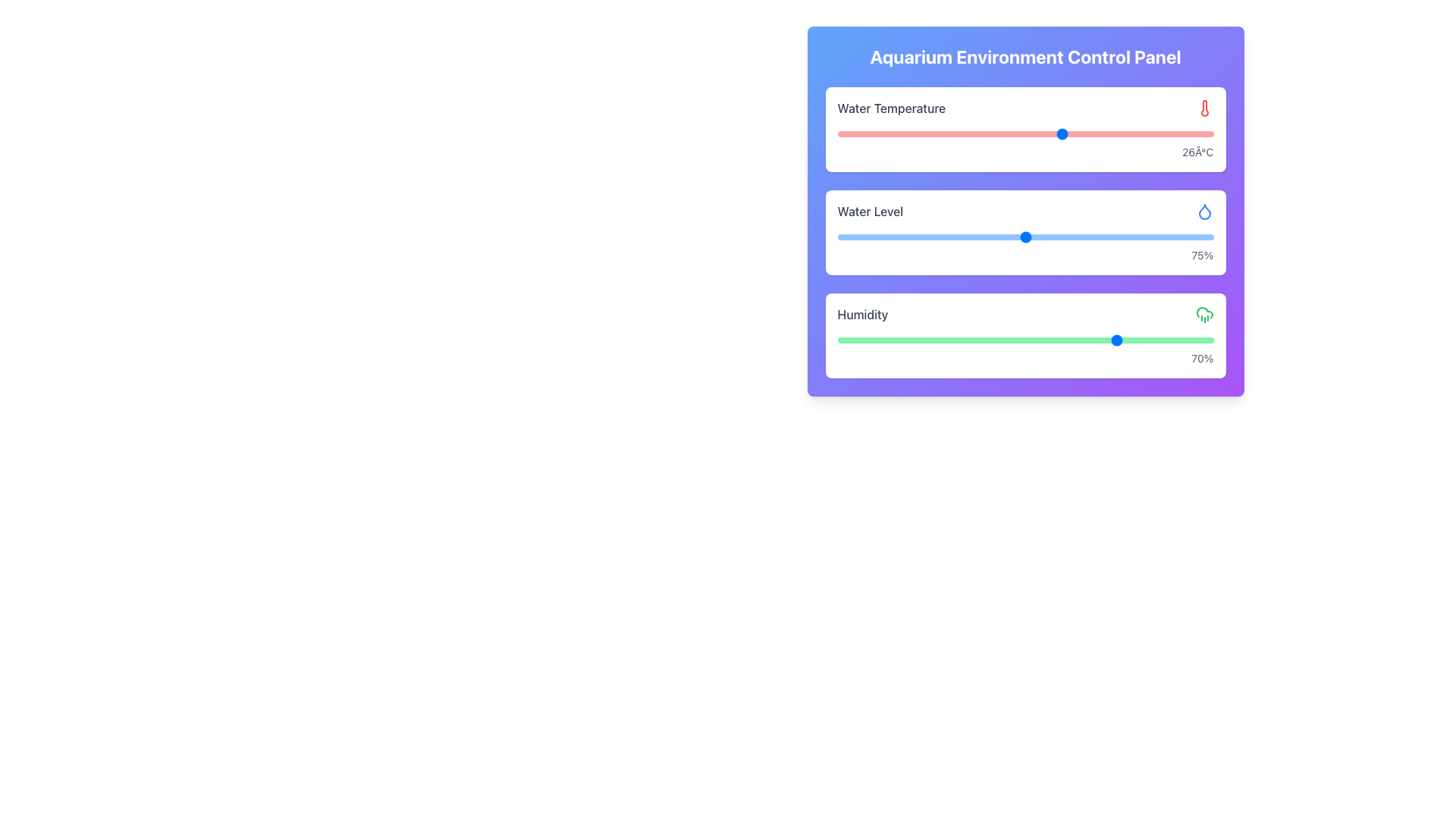 The height and width of the screenshot is (819, 1456). What do you see at coordinates (844, 237) in the screenshot?
I see `water level` at bounding box center [844, 237].